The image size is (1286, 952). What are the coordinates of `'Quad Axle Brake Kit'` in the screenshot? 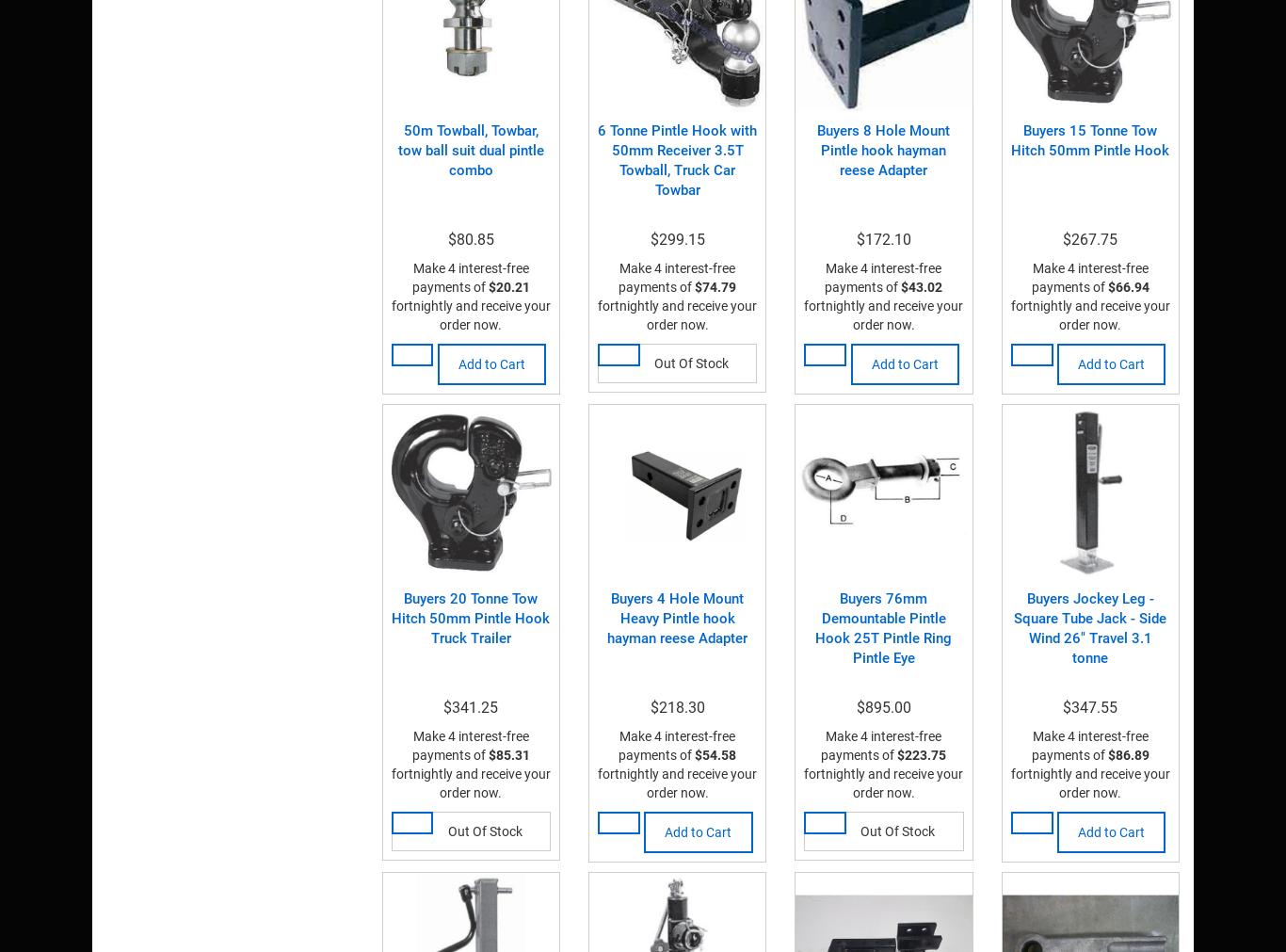 It's located at (522, 78).